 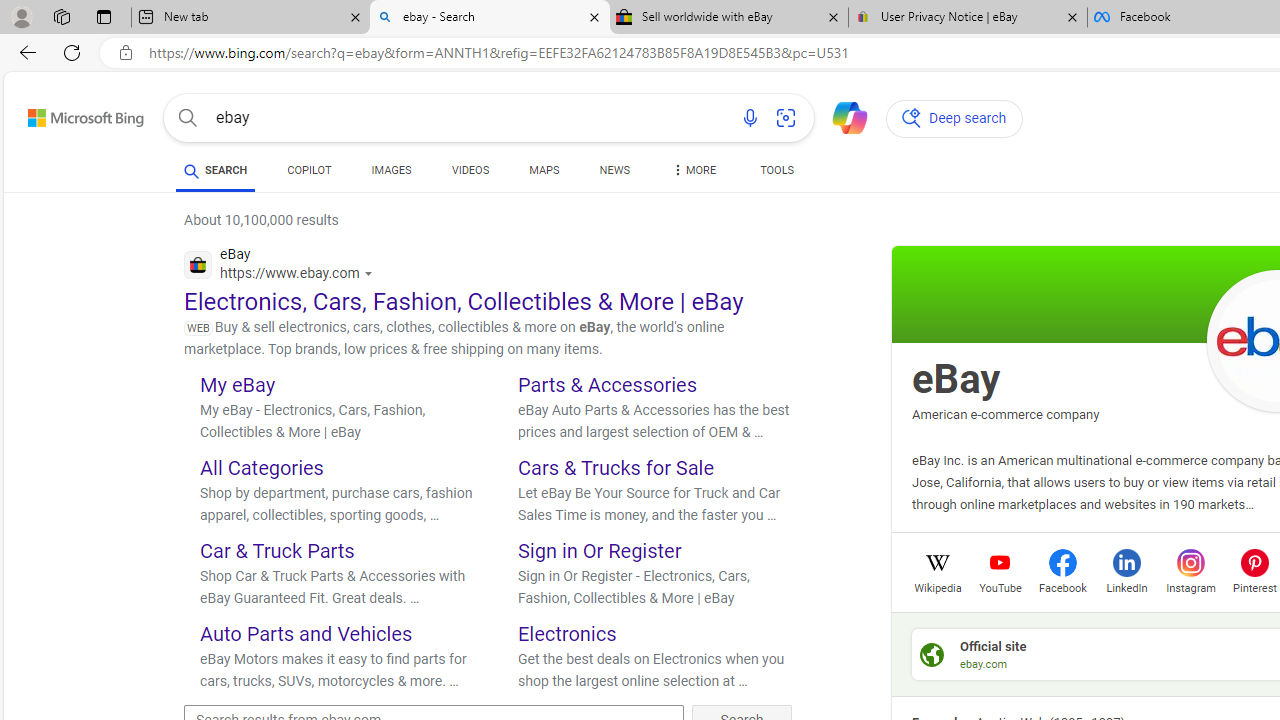 I want to click on 'Dropdown Menu', so click(x=692, y=170).